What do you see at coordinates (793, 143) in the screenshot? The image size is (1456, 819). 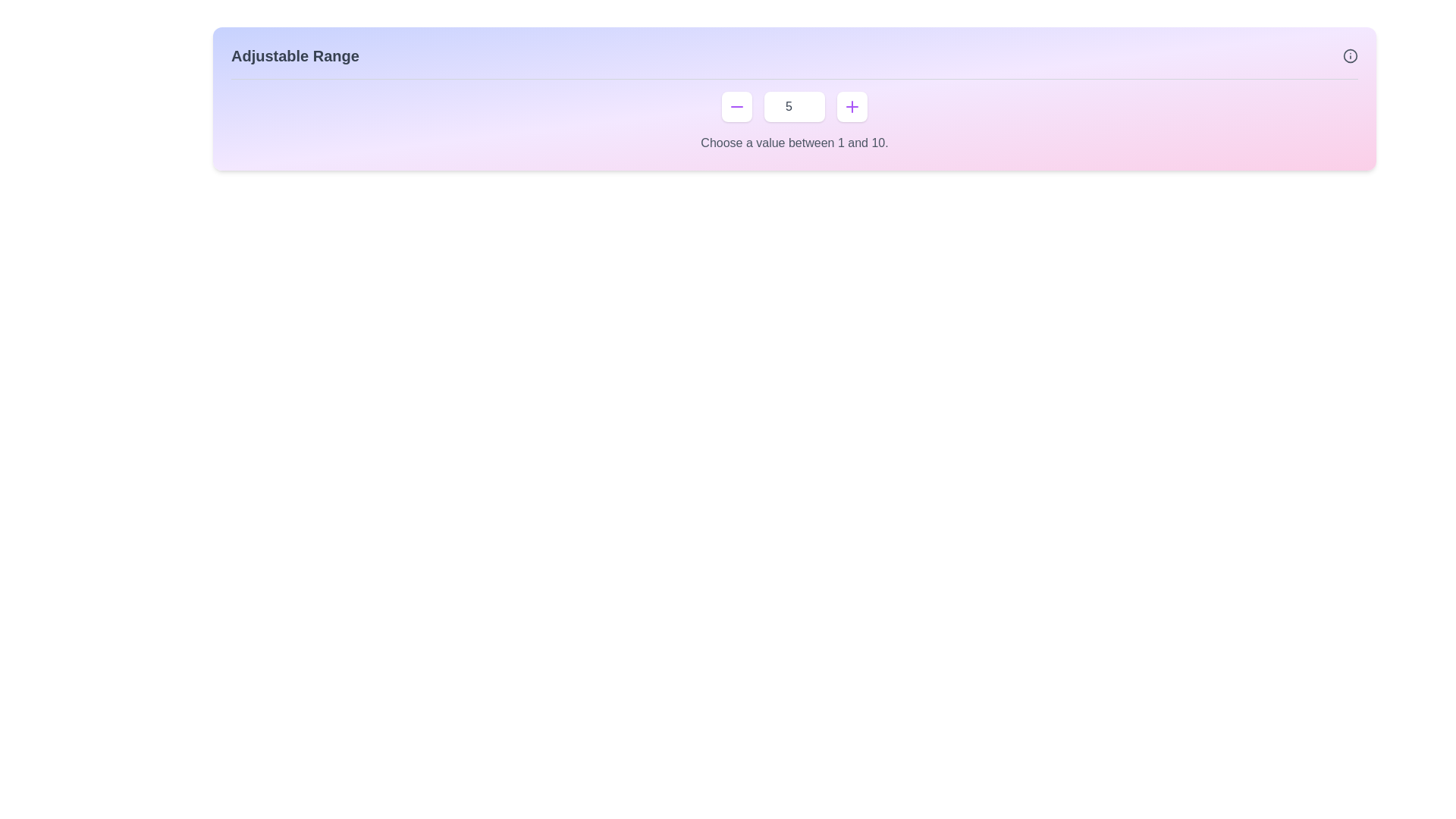 I see `the instructive text label that provides guidance for the number selector input range located below the number input field` at bounding box center [793, 143].